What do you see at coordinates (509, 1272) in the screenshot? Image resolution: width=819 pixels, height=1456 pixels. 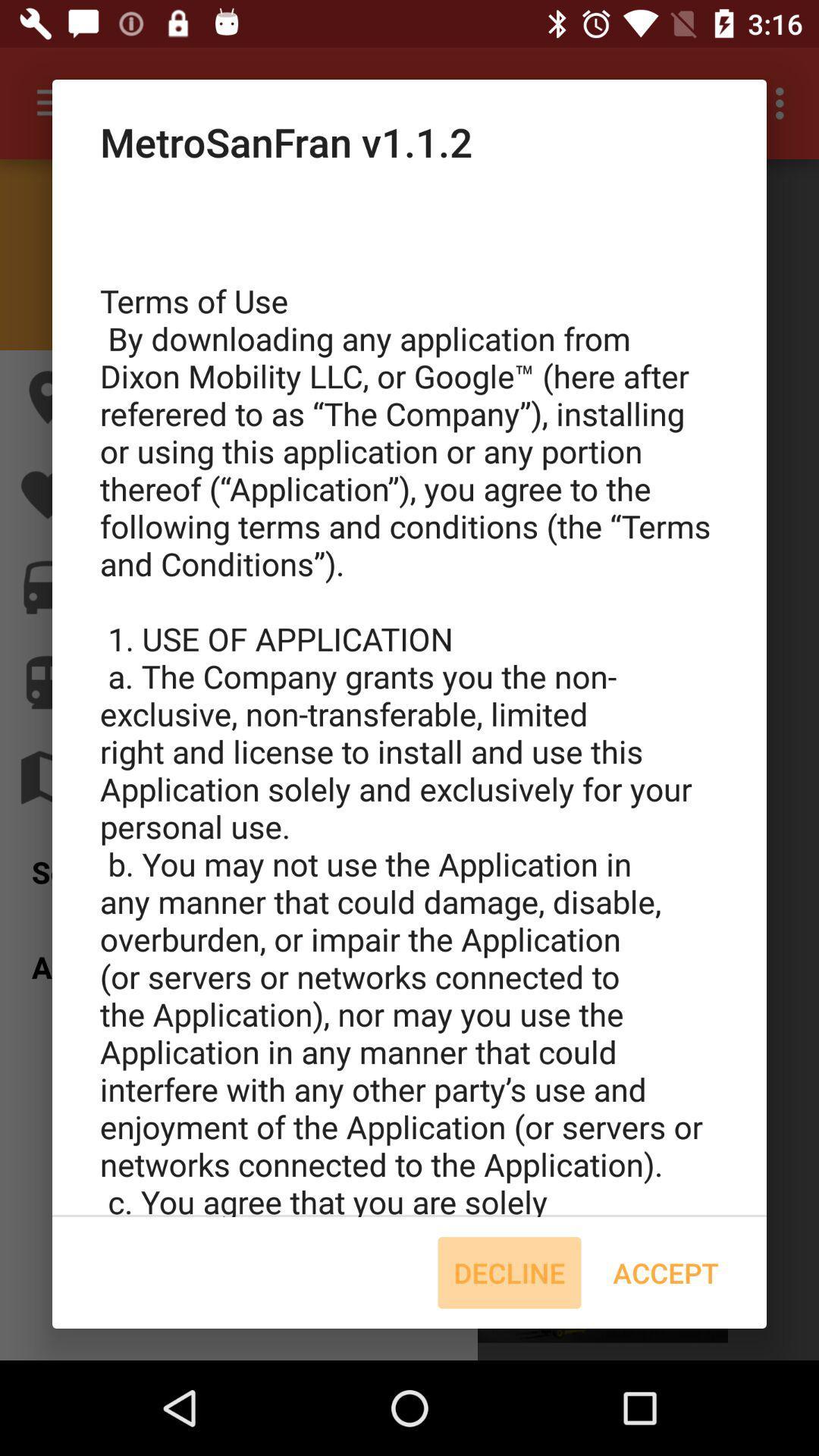 I see `the icon at the bottom` at bounding box center [509, 1272].